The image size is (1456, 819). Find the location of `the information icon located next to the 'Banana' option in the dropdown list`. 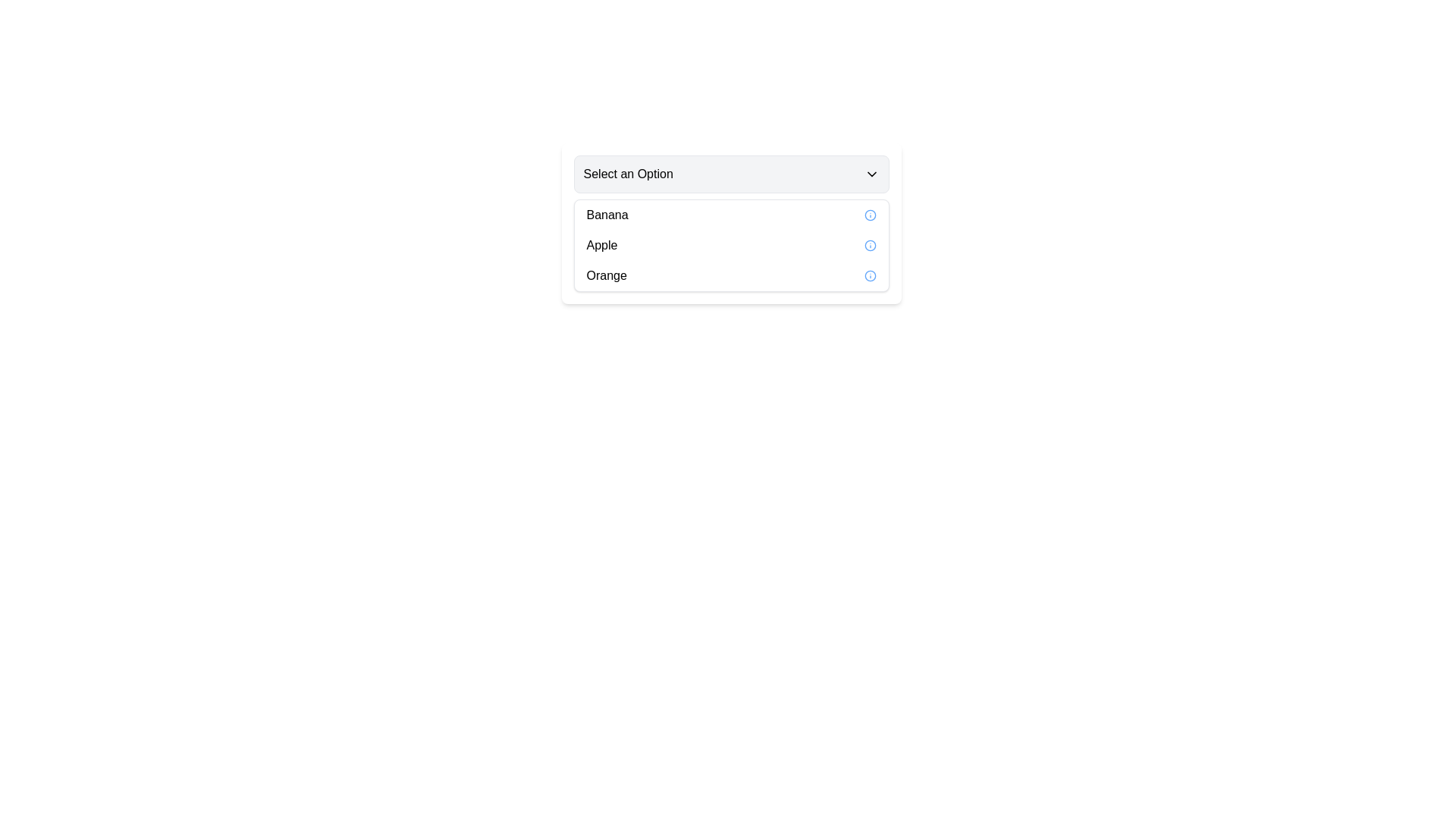

the information icon located next to the 'Banana' option in the dropdown list is located at coordinates (870, 215).